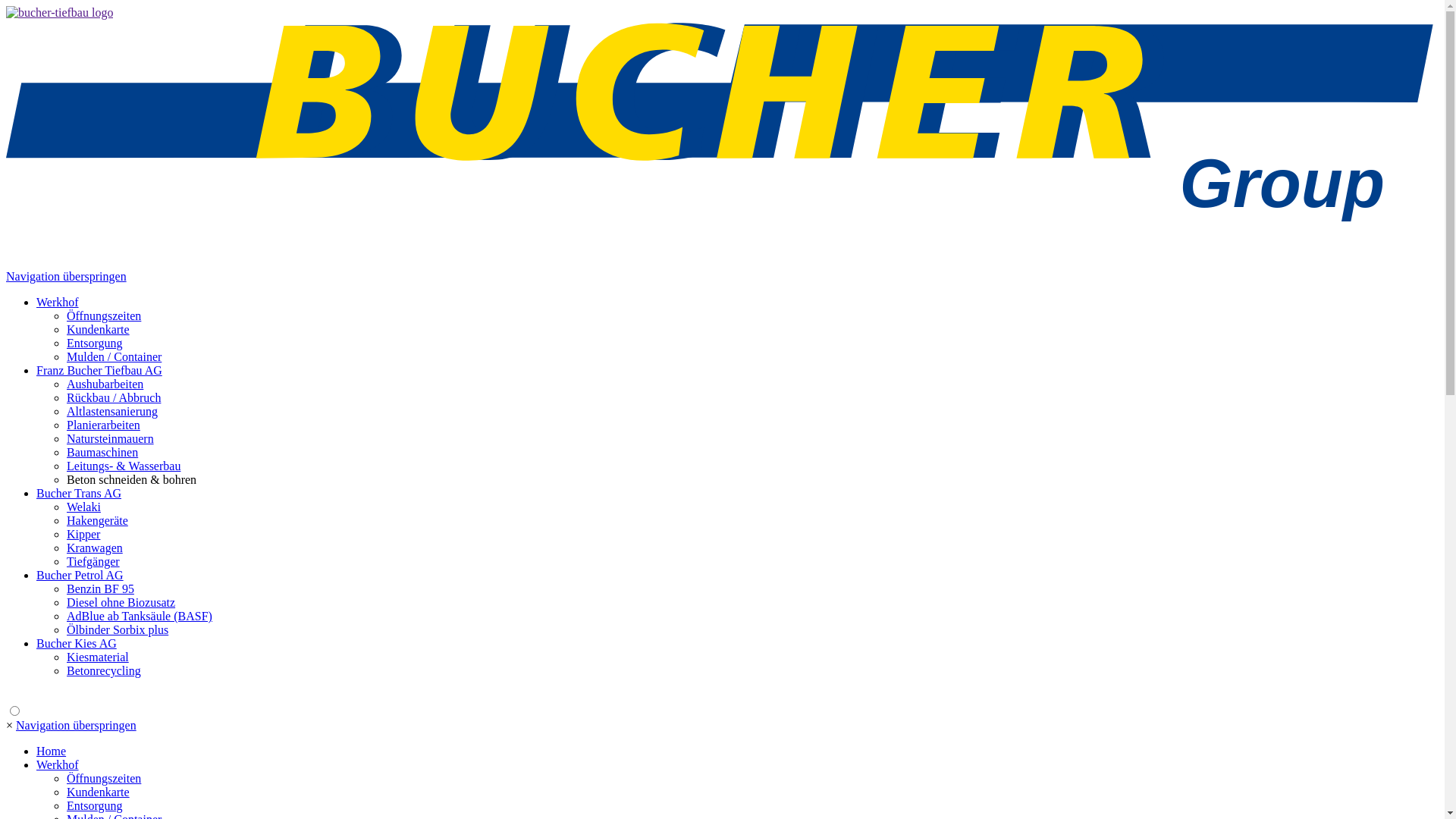  What do you see at coordinates (111, 411) in the screenshot?
I see `'Altlastensanierung'` at bounding box center [111, 411].